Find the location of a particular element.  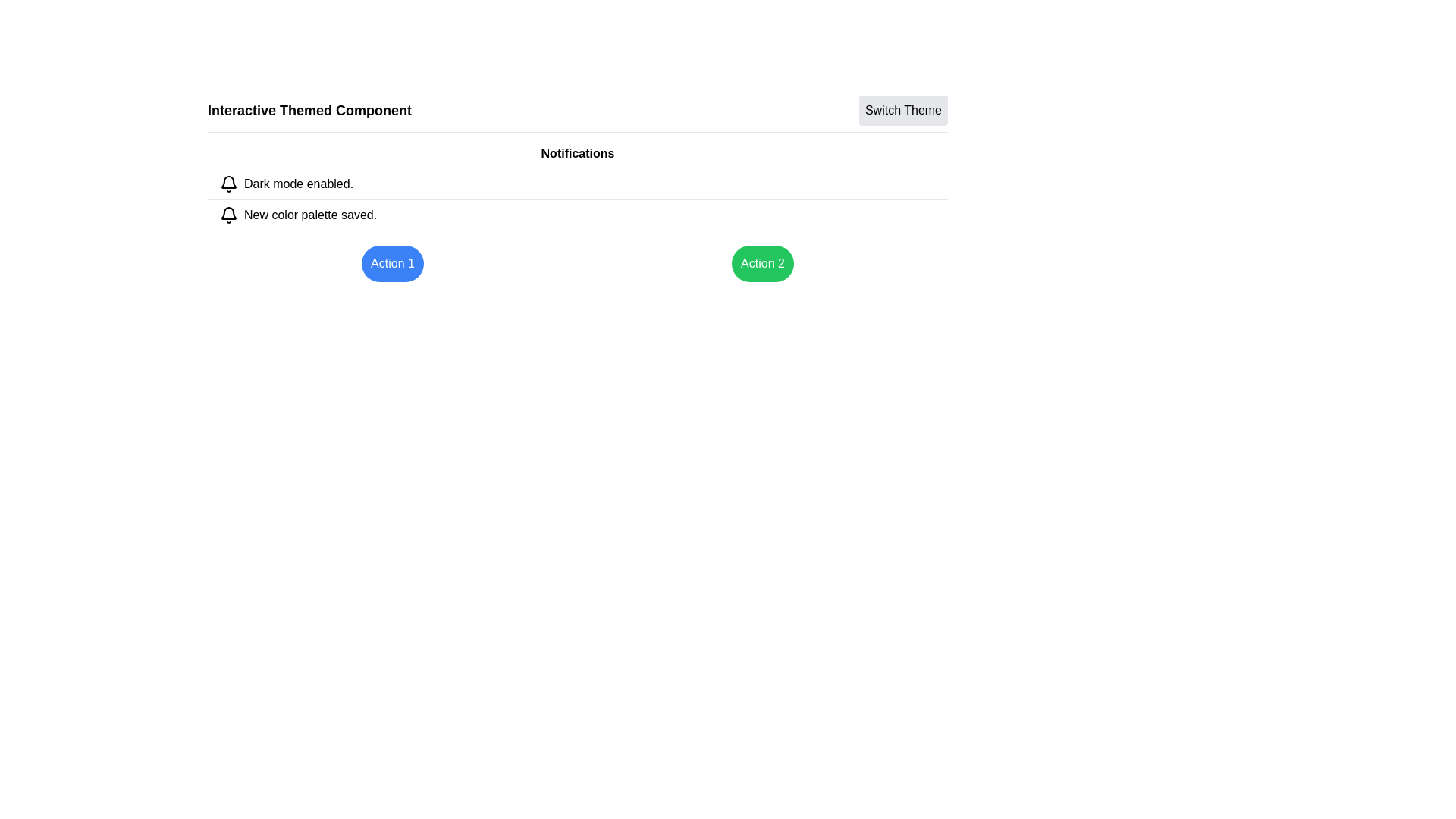

the bell icon representing notifications related to 'Dark mode enabled.' located in the Notifications section is located at coordinates (228, 184).